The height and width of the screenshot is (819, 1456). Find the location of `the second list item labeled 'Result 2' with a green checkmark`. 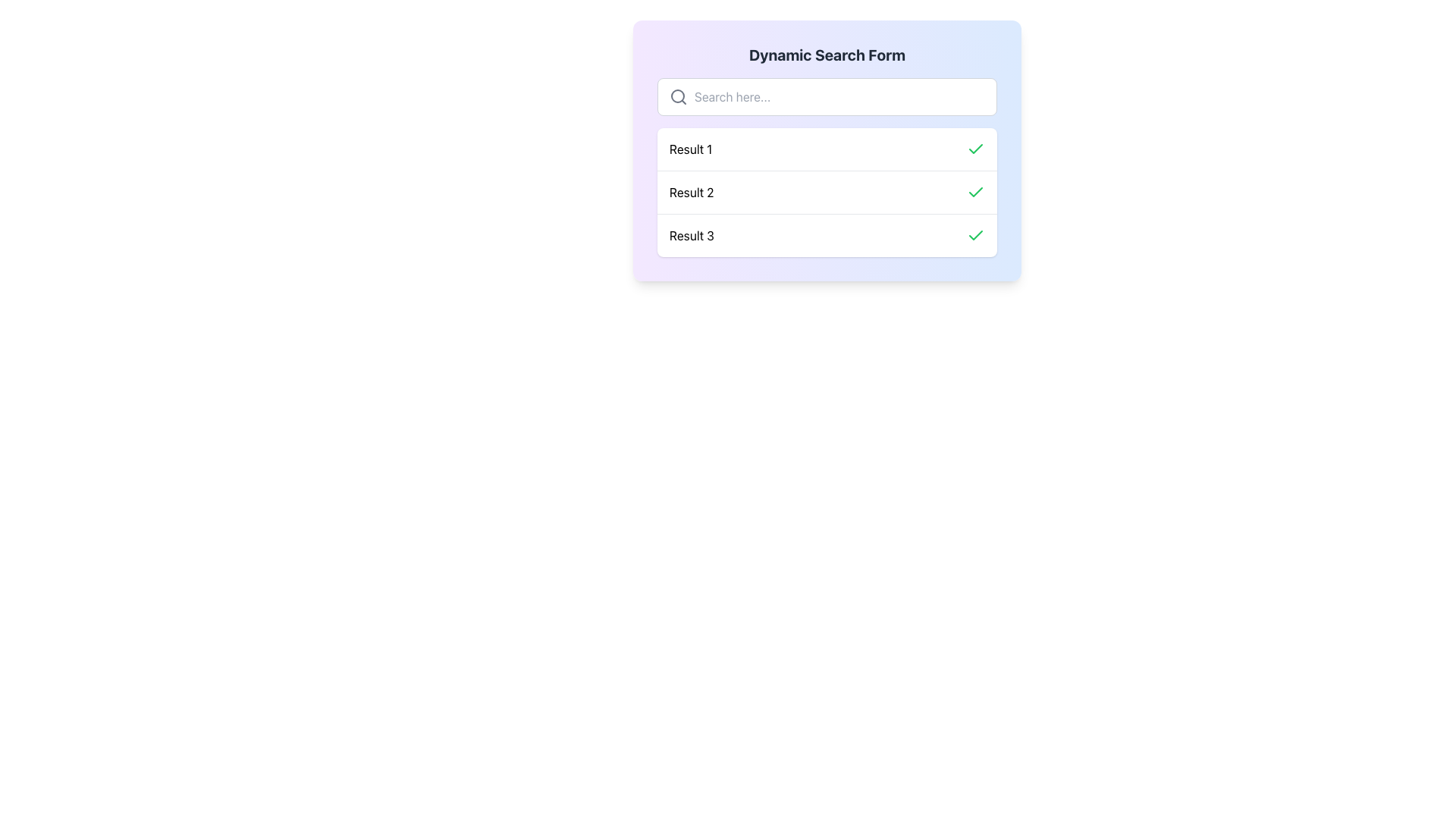

the second list item labeled 'Result 2' with a green checkmark is located at coordinates (826, 192).